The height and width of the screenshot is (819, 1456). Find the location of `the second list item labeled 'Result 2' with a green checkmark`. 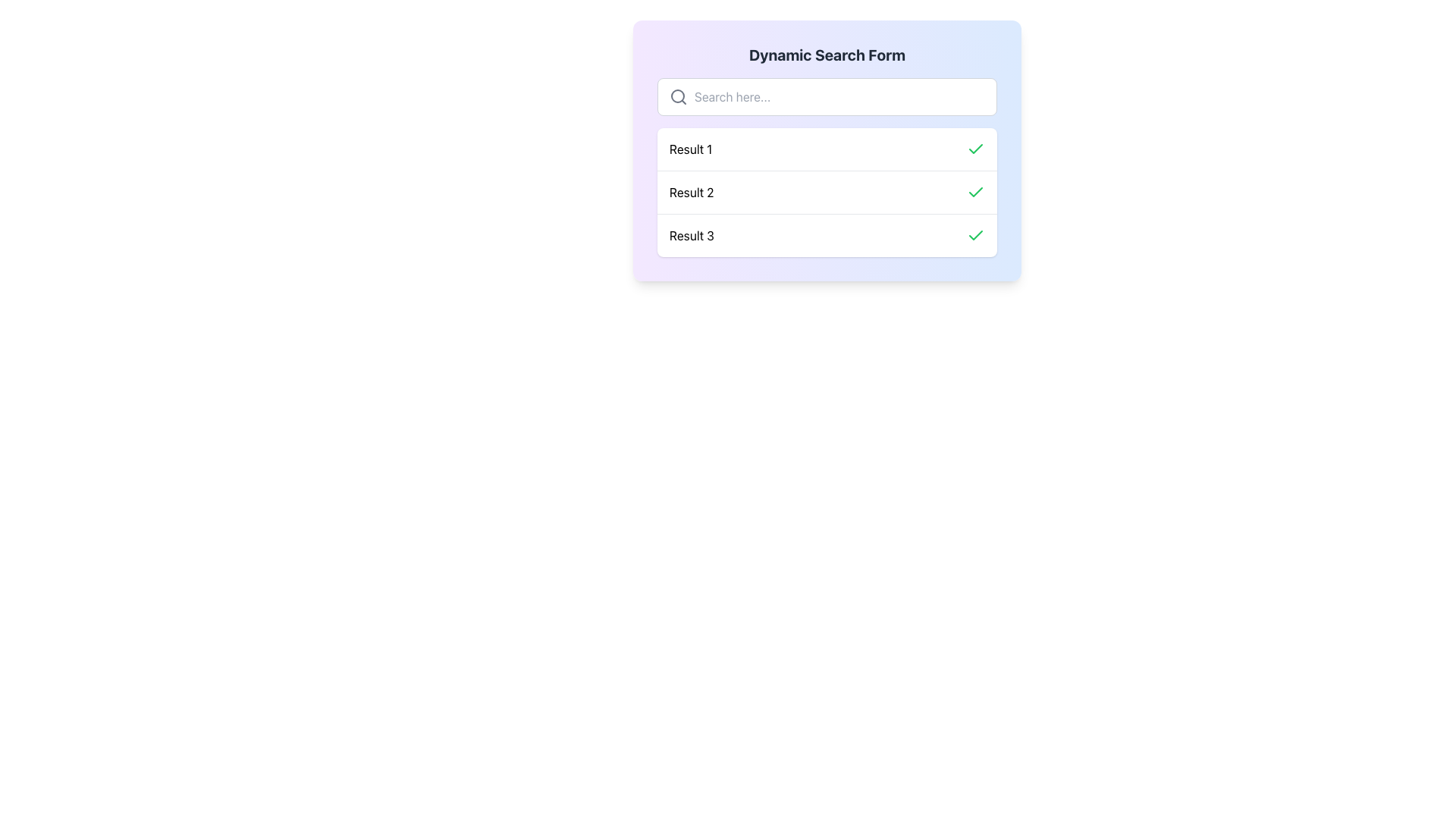

the second list item labeled 'Result 2' with a green checkmark is located at coordinates (826, 192).